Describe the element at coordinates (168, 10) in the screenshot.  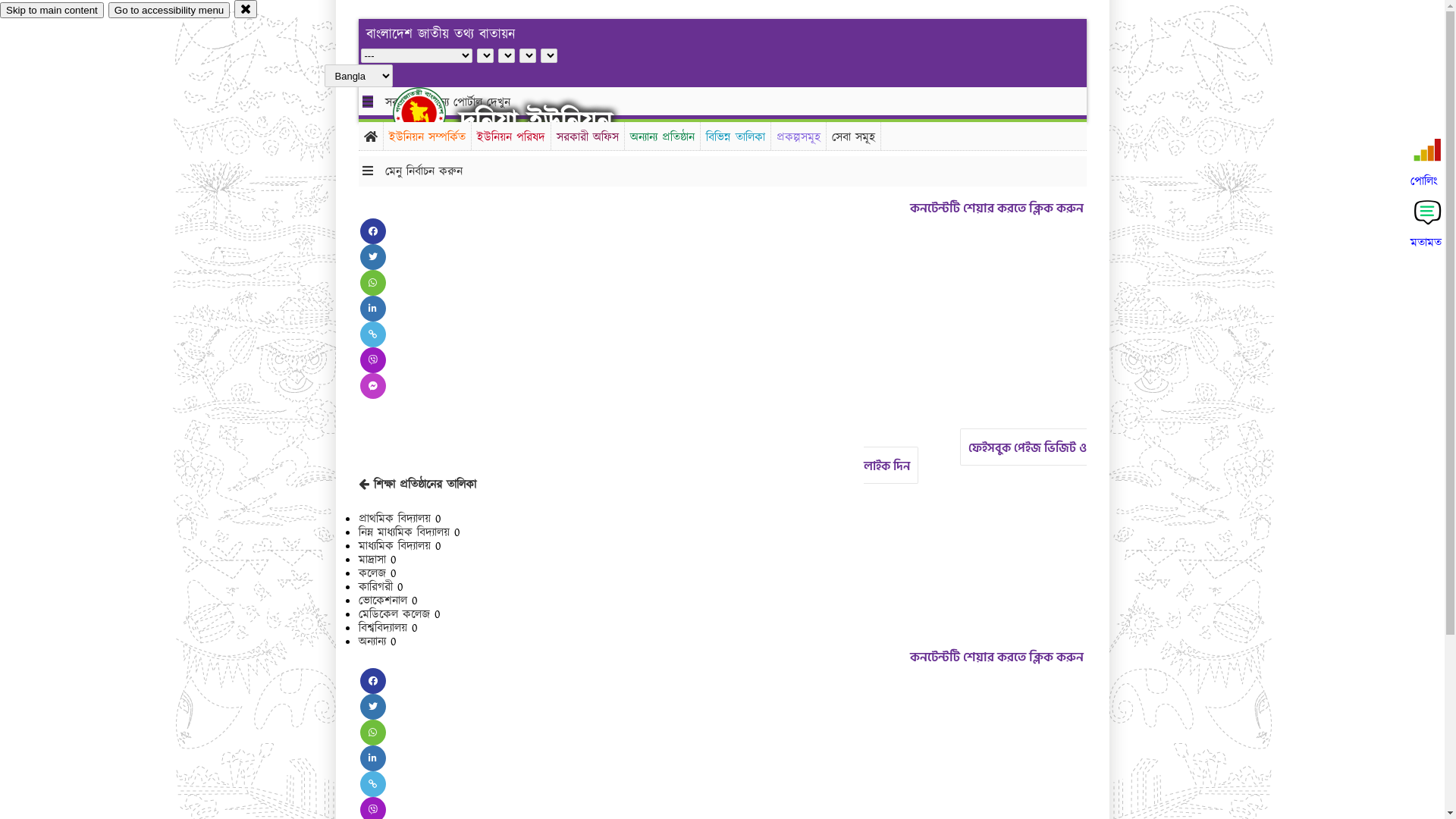
I see `'Go to accessibility menu'` at that location.